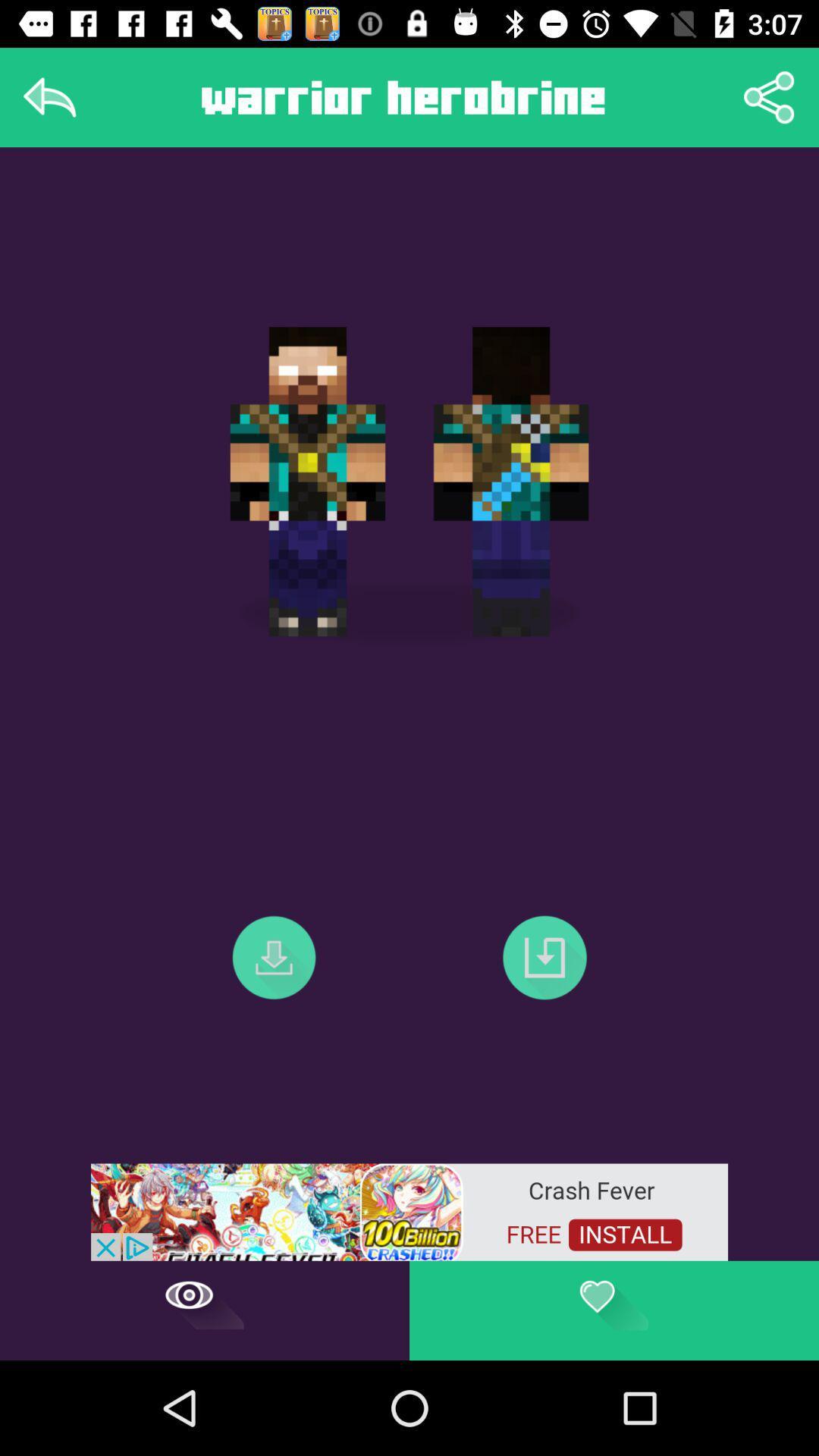  I want to click on the reply icon, so click(49, 96).